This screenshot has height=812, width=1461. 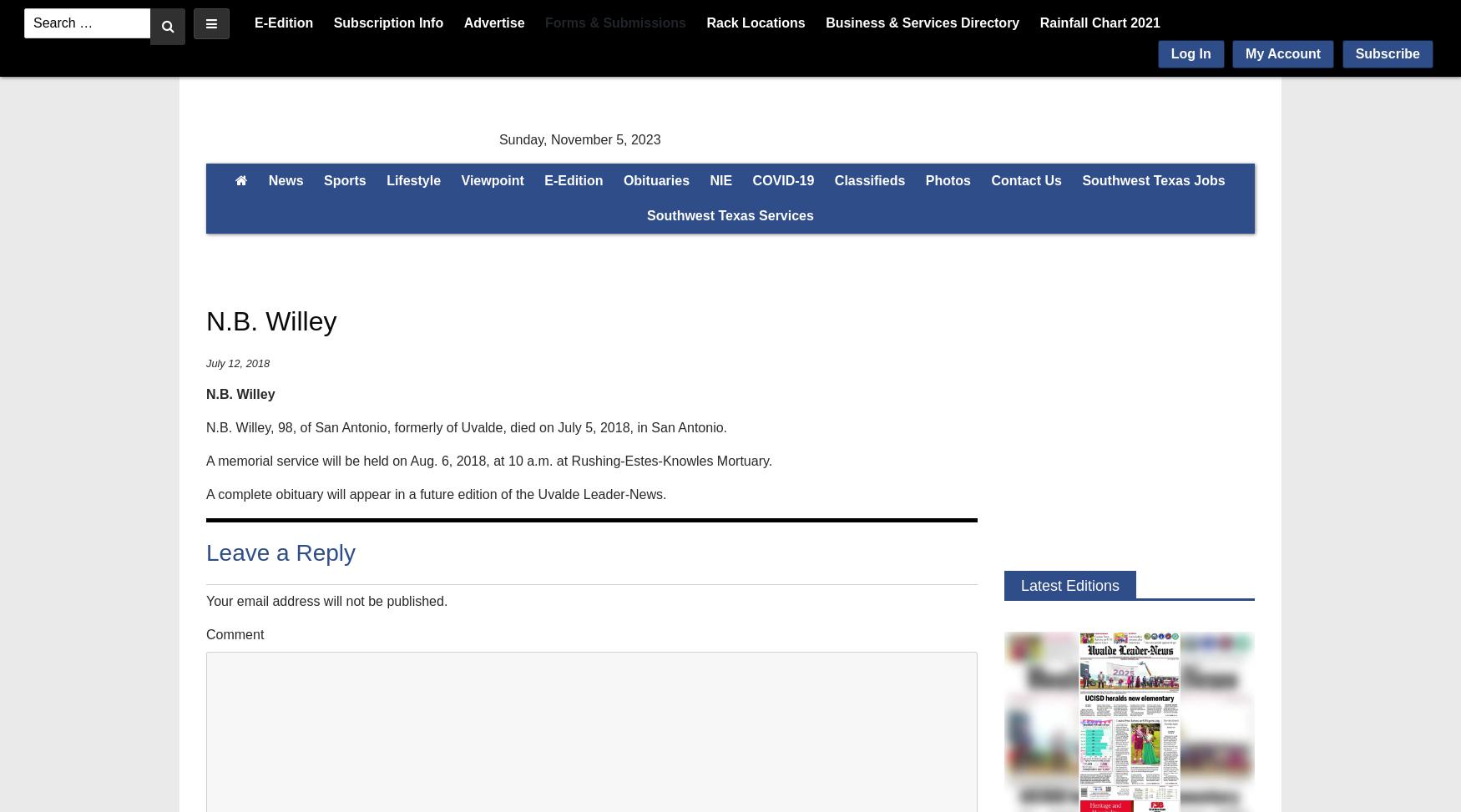 I want to click on 'Sunday, November 5, 2023', so click(x=579, y=139).